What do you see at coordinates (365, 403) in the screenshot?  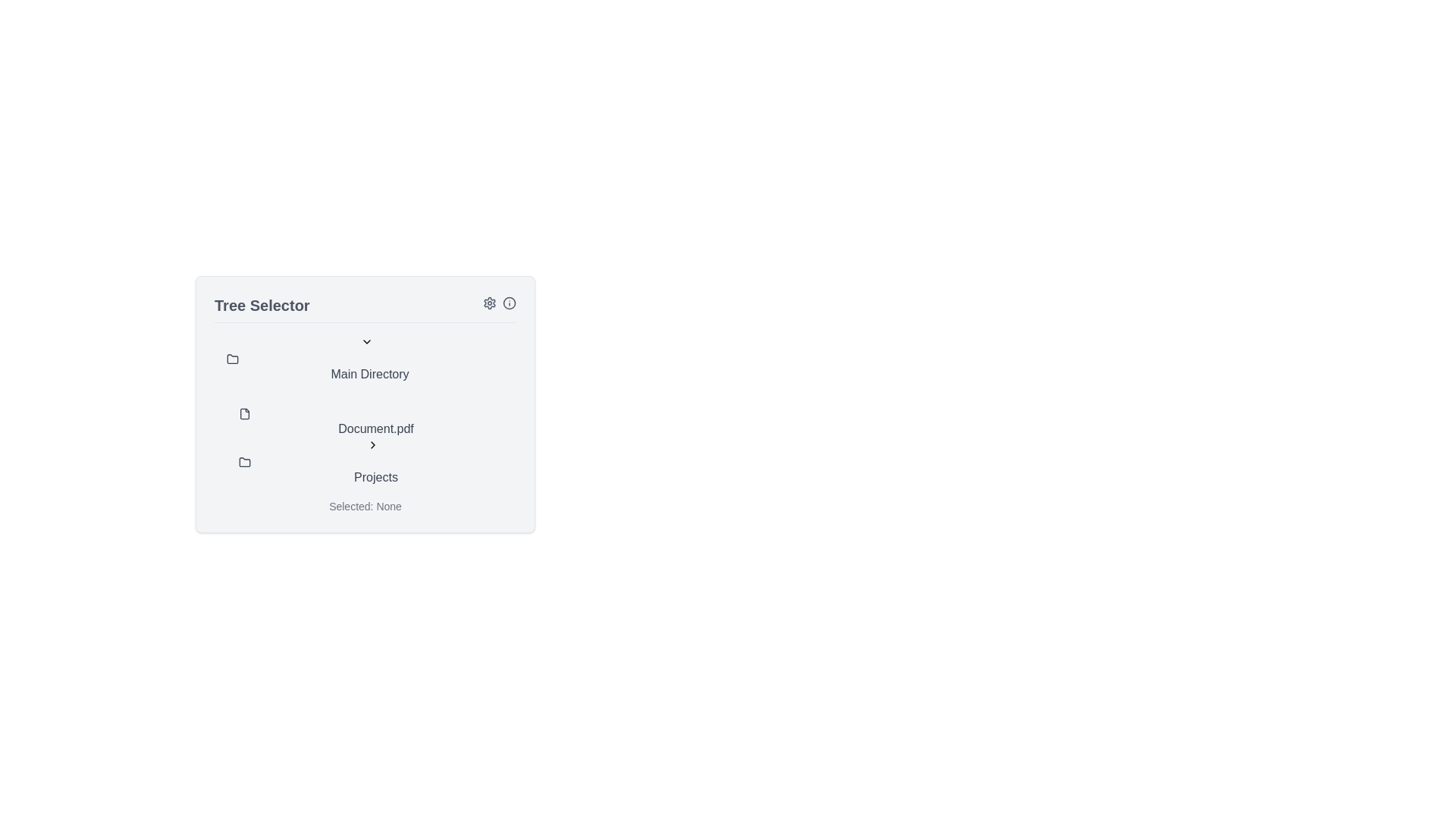 I see `files or folders within the 'Tree Selector' navigational tree view` at bounding box center [365, 403].